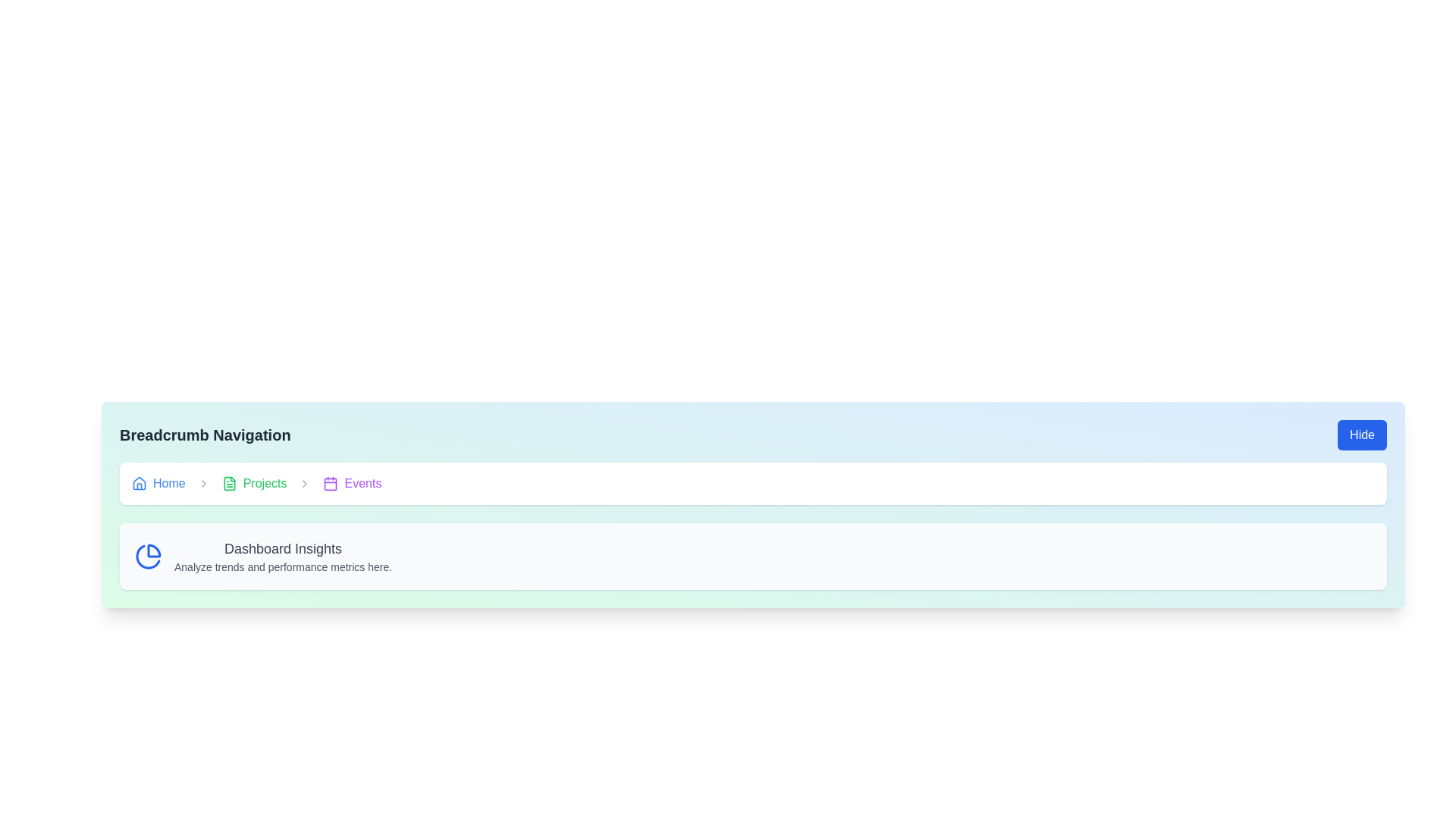 Image resolution: width=1456 pixels, height=819 pixels. I want to click on the text label that serves as a descriptor for the home navigation in the breadcrumb navigation bar, positioned at the far left immediately after the house-shaped icon, so click(169, 483).